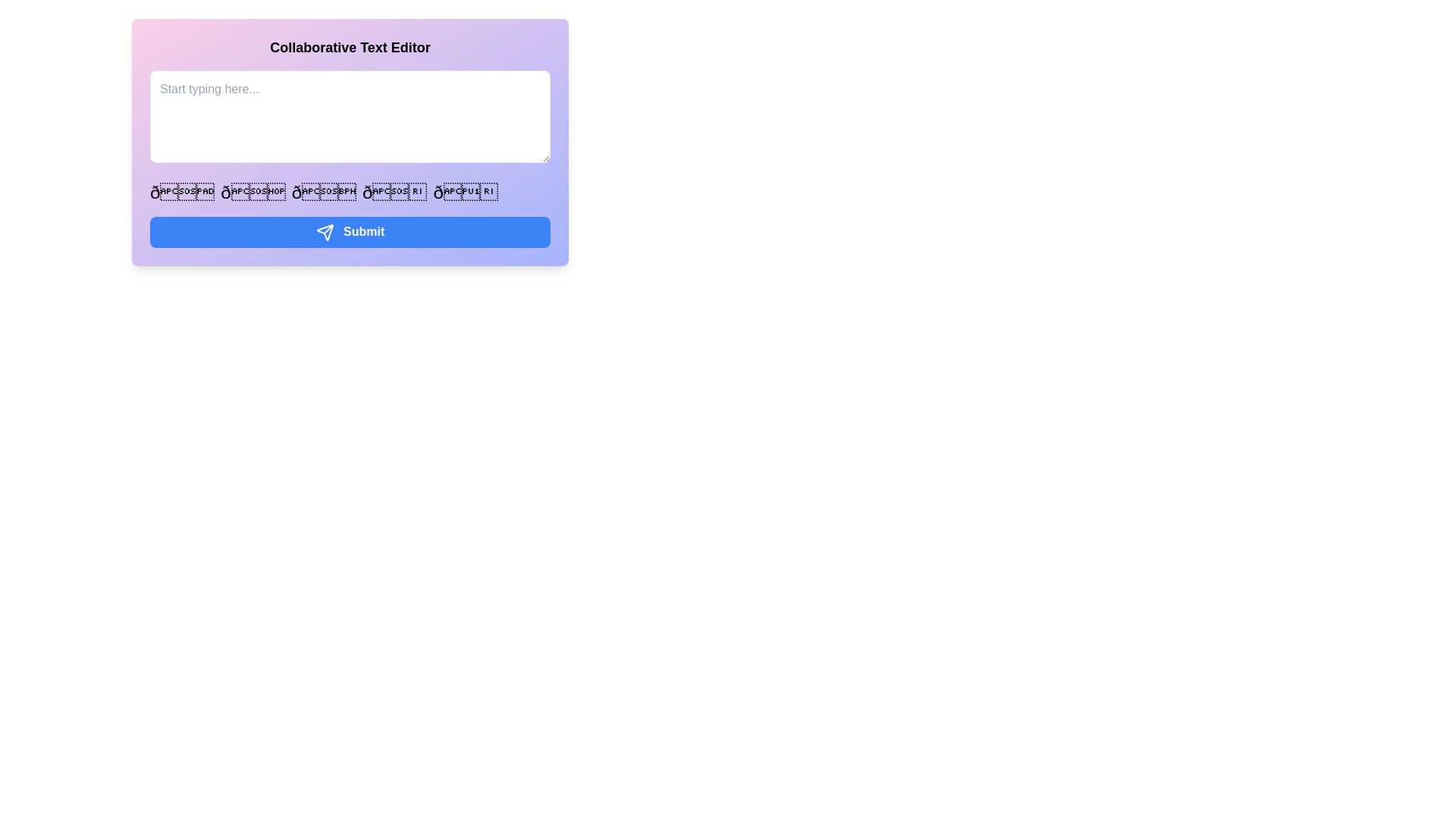 The height and width of the screenshot is (819, 1456). What do you see at coordinates (324, 232) in the screenshot?
I see `the submission icon located to the left of the 'Submit' button text, which enhances the button's functionality` at bounding box center [324, 232].